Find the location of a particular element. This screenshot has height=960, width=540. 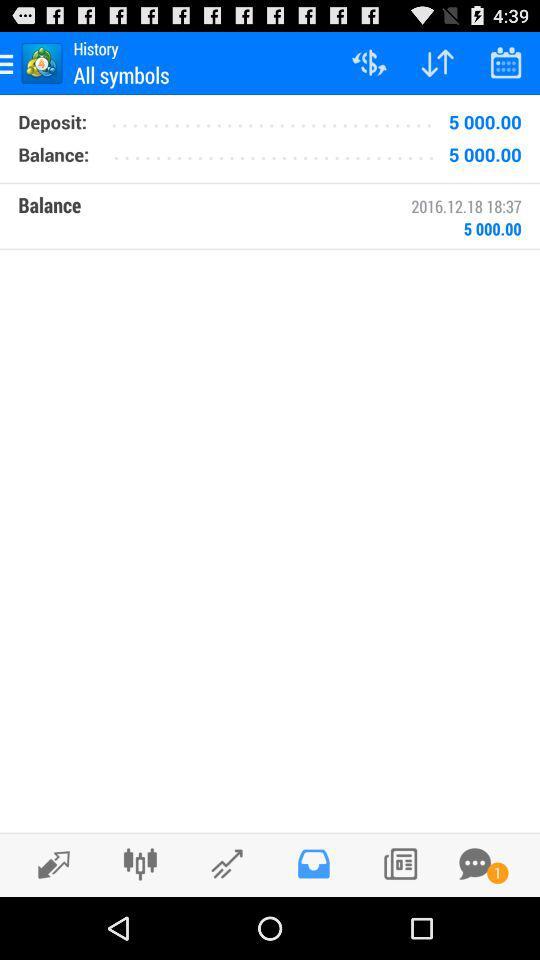

listing is located at coordinates (400, 863).